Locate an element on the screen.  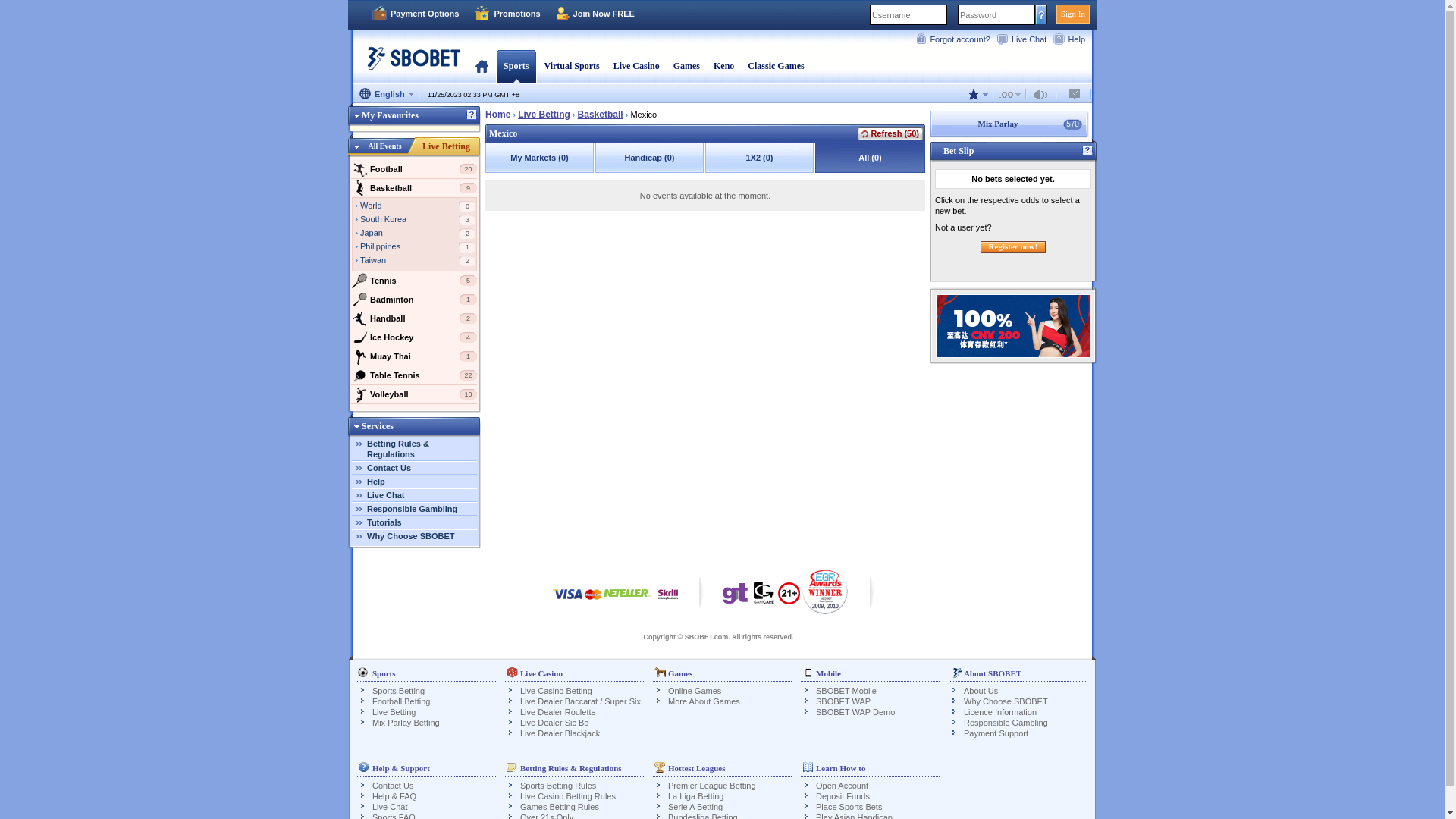
'Register now!' is located at coordinates (1013, 246).